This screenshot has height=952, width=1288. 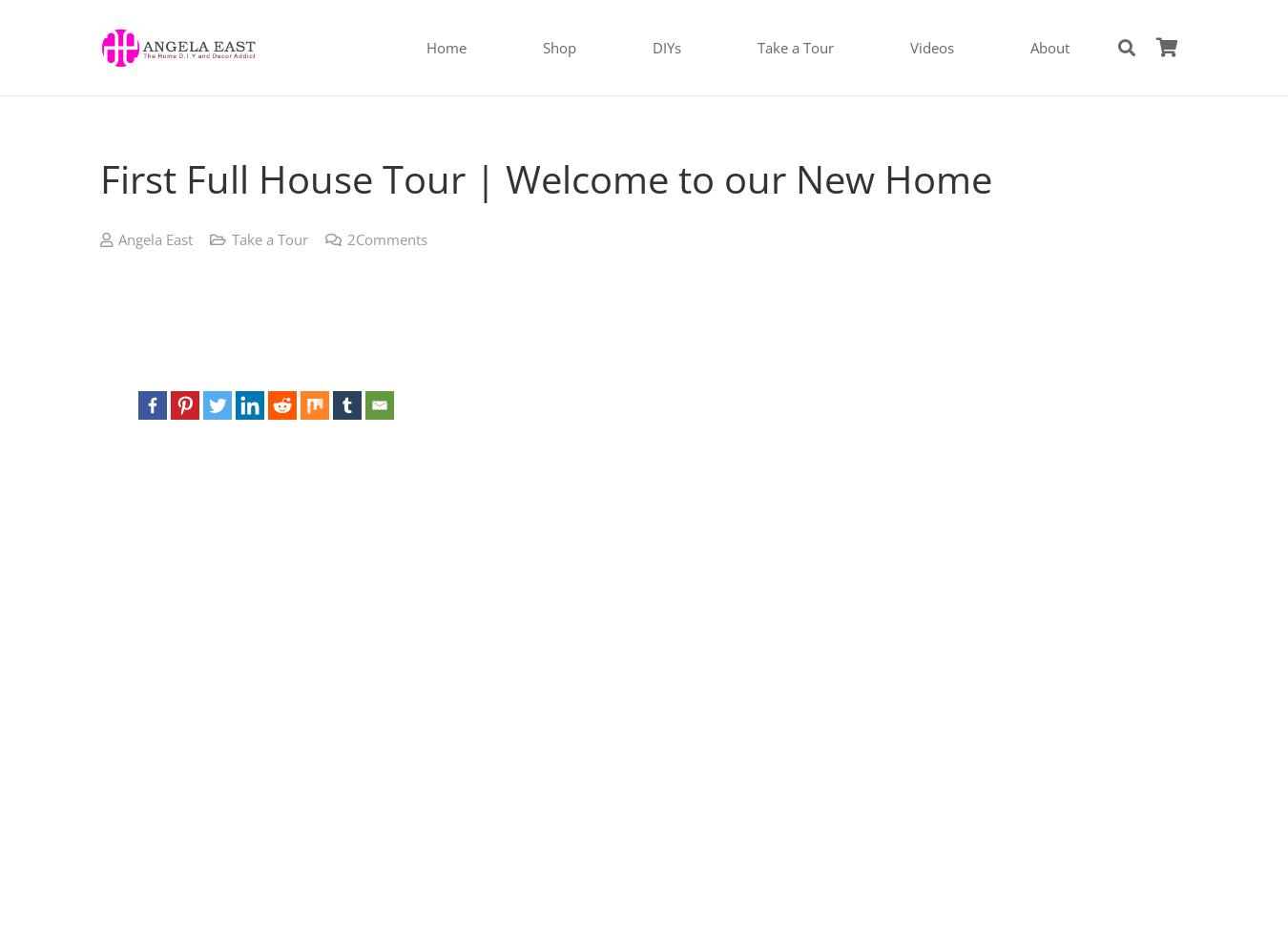 What do you see at coordinates (155, 238) in the screenshot?
I see `'Angela East'` at bounding box center [155, 238].